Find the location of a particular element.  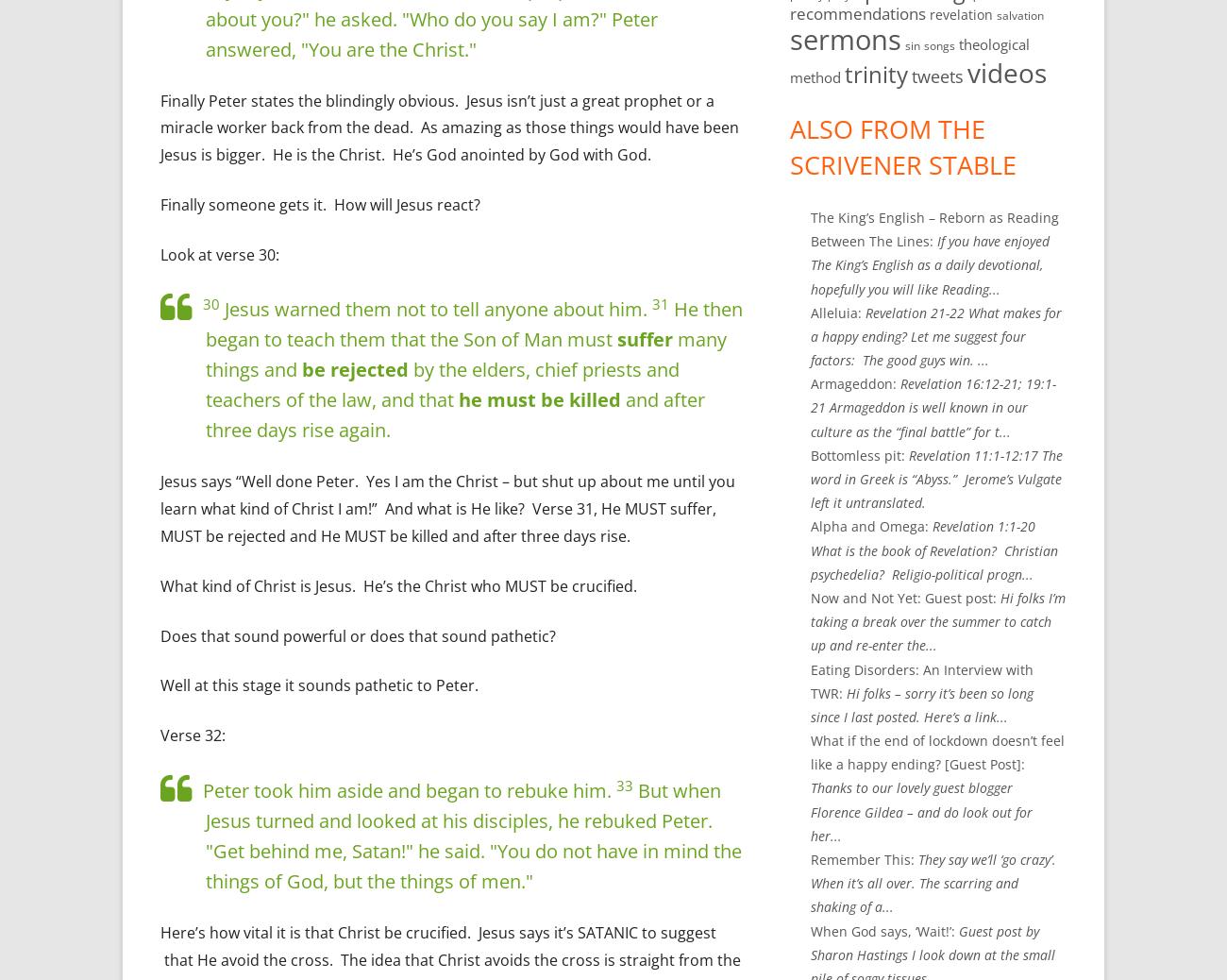

'Alleluia' is located at coordinates (833, 312).